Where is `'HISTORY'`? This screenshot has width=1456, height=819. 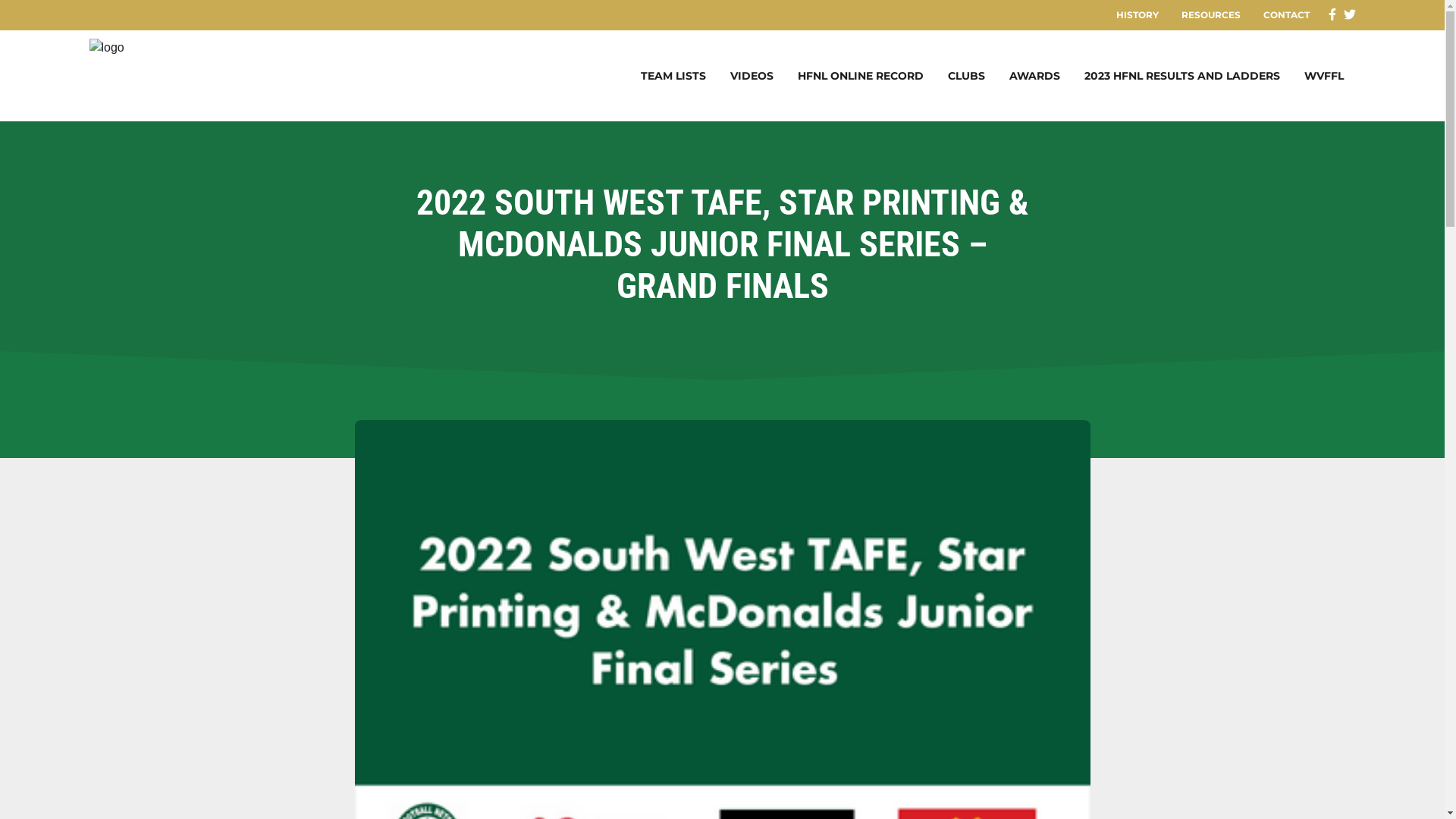
'HISTORY' is located at coordinates (1103, 14).